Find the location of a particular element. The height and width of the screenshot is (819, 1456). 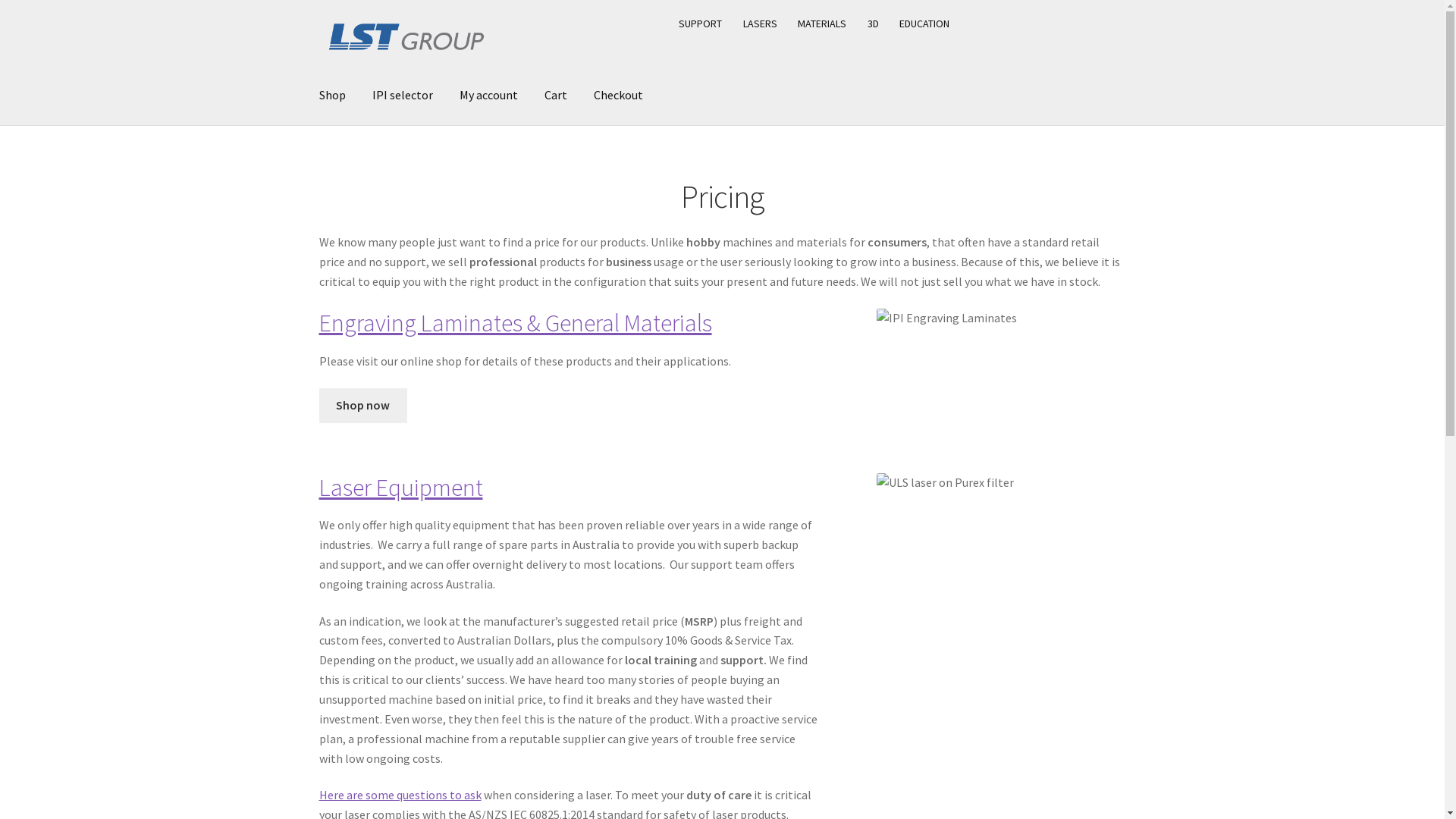

'LASERS' is located at coordinates (761, 23).